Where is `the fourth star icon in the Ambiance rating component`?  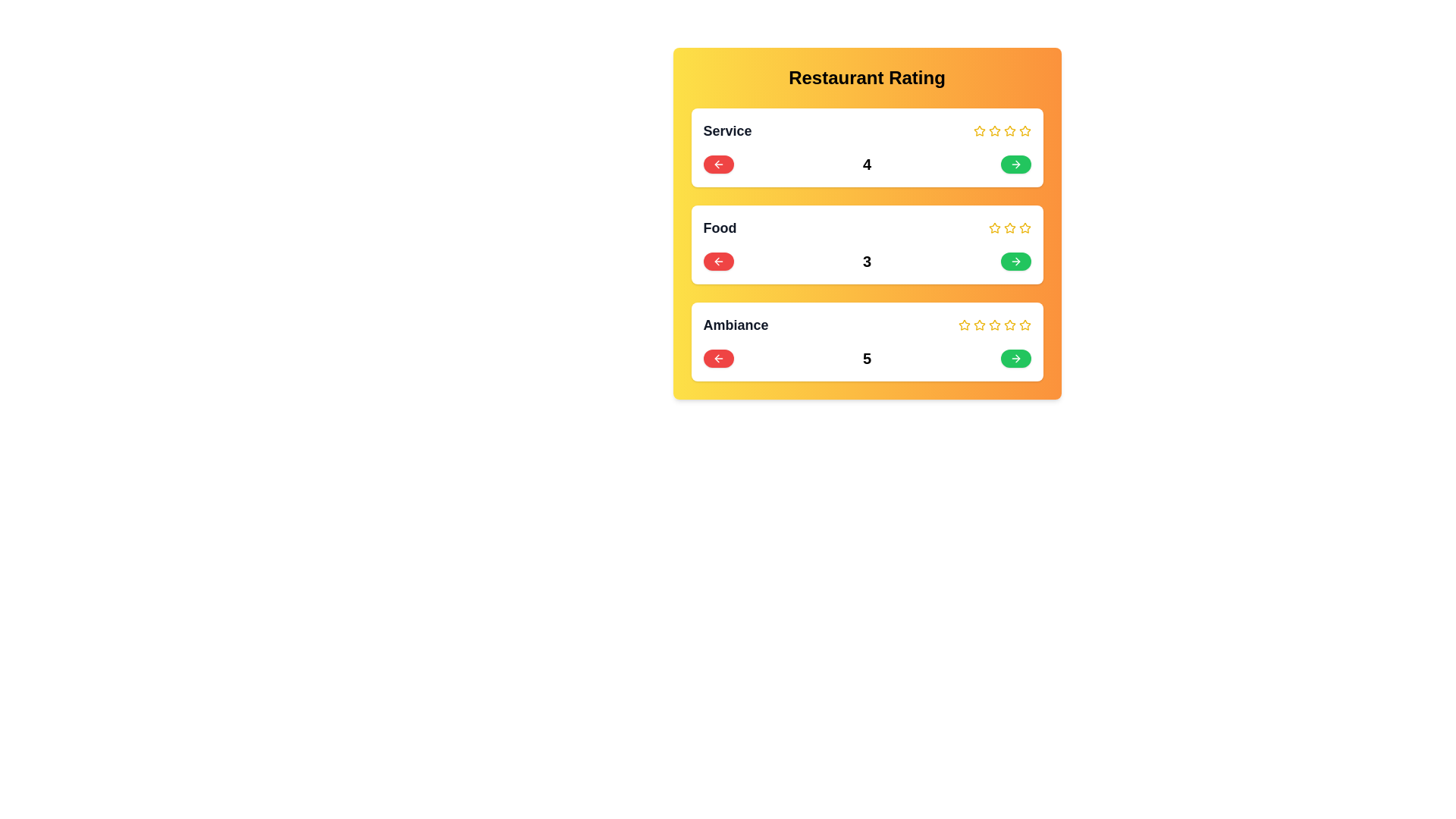
the fourth star icon in the Ambiance rating component is located at coordinates (1009, 324).